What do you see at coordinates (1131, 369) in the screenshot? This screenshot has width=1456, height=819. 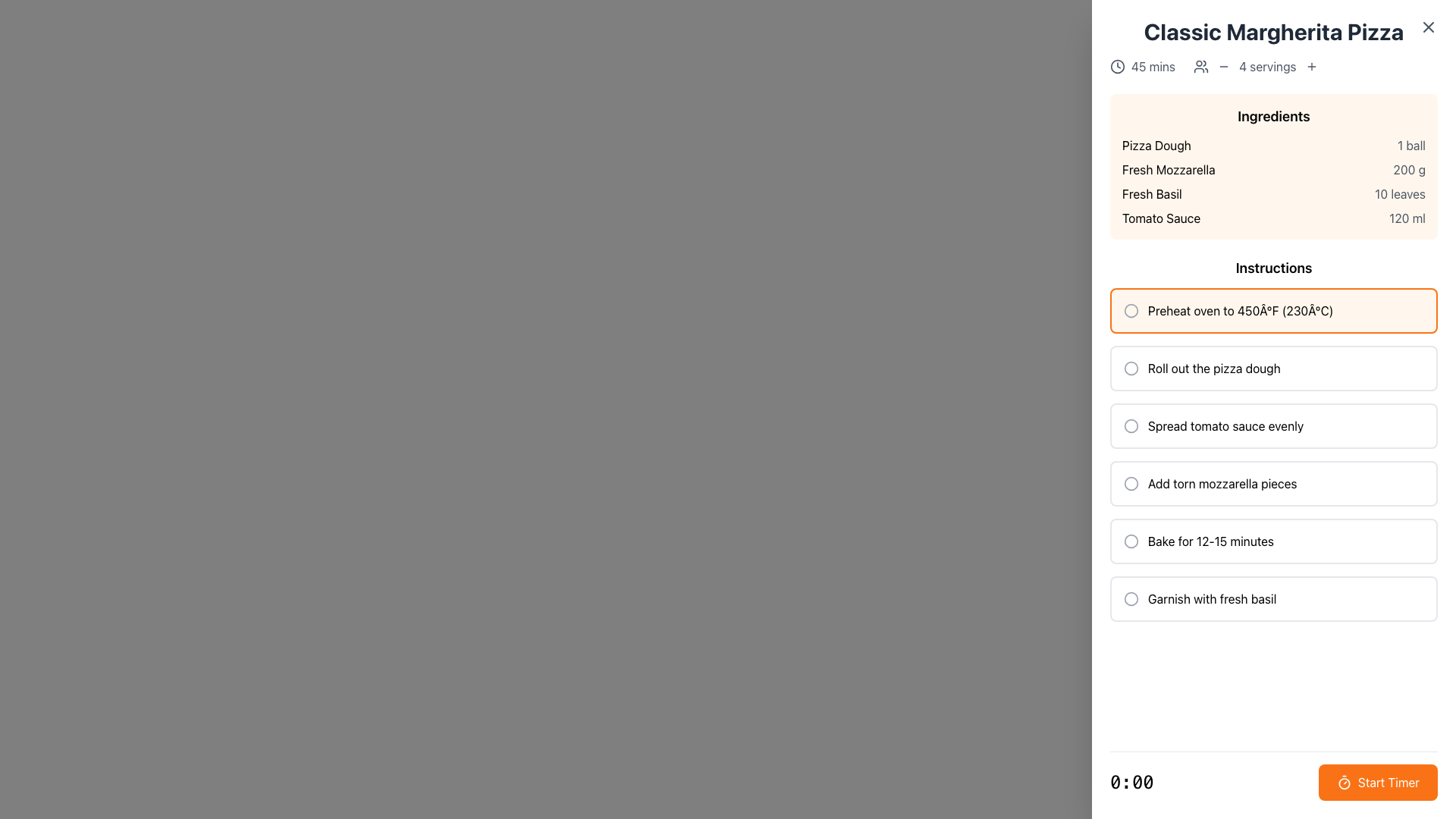 I see `the circular instructional indicator aligned with the step 'Roll out the pizza dough'` at bounding box center [1131, 369].